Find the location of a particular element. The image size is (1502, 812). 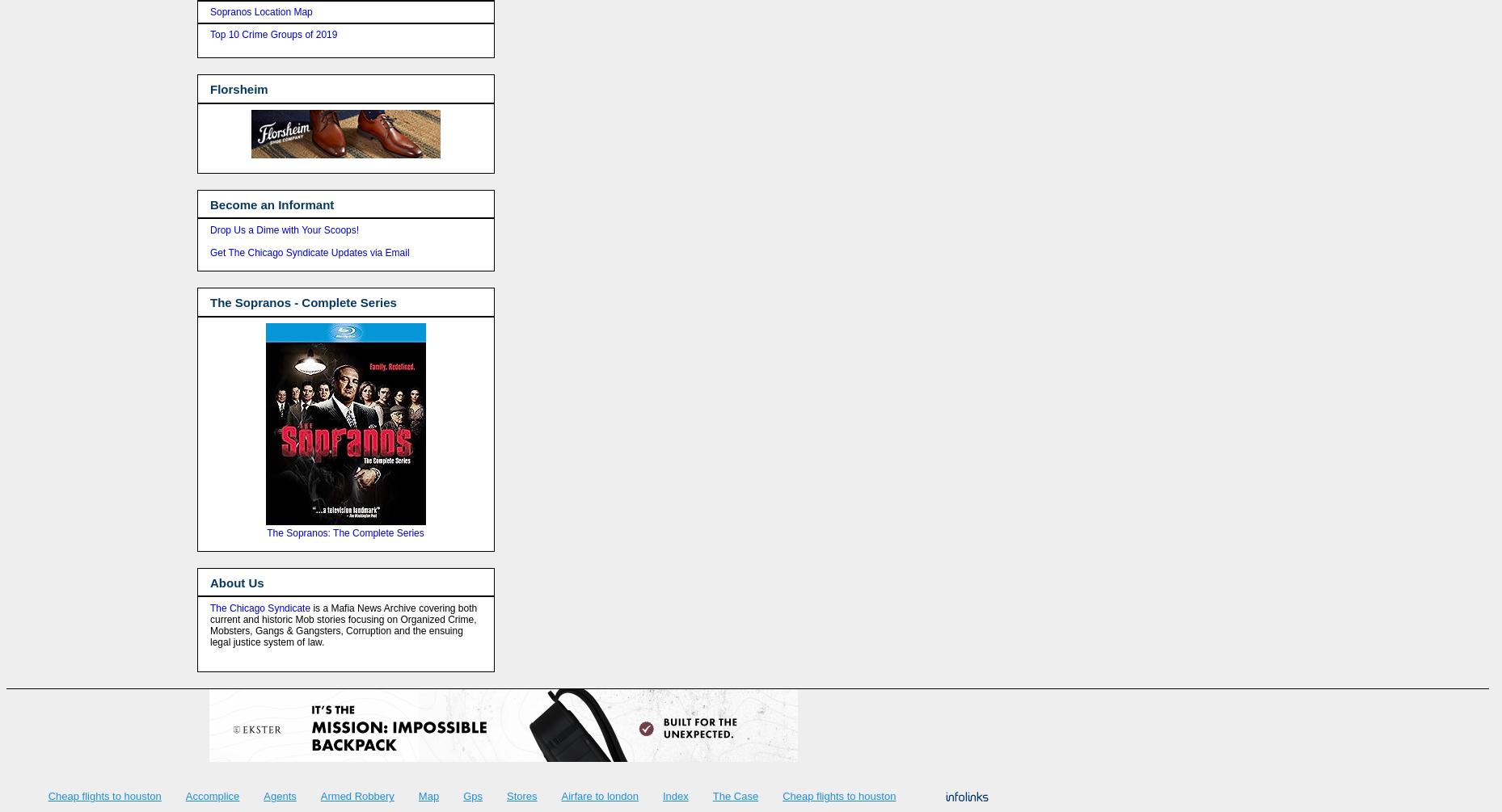

'Drop Us a Dime with Your Scoops!' is located at coordinates (285, 229).